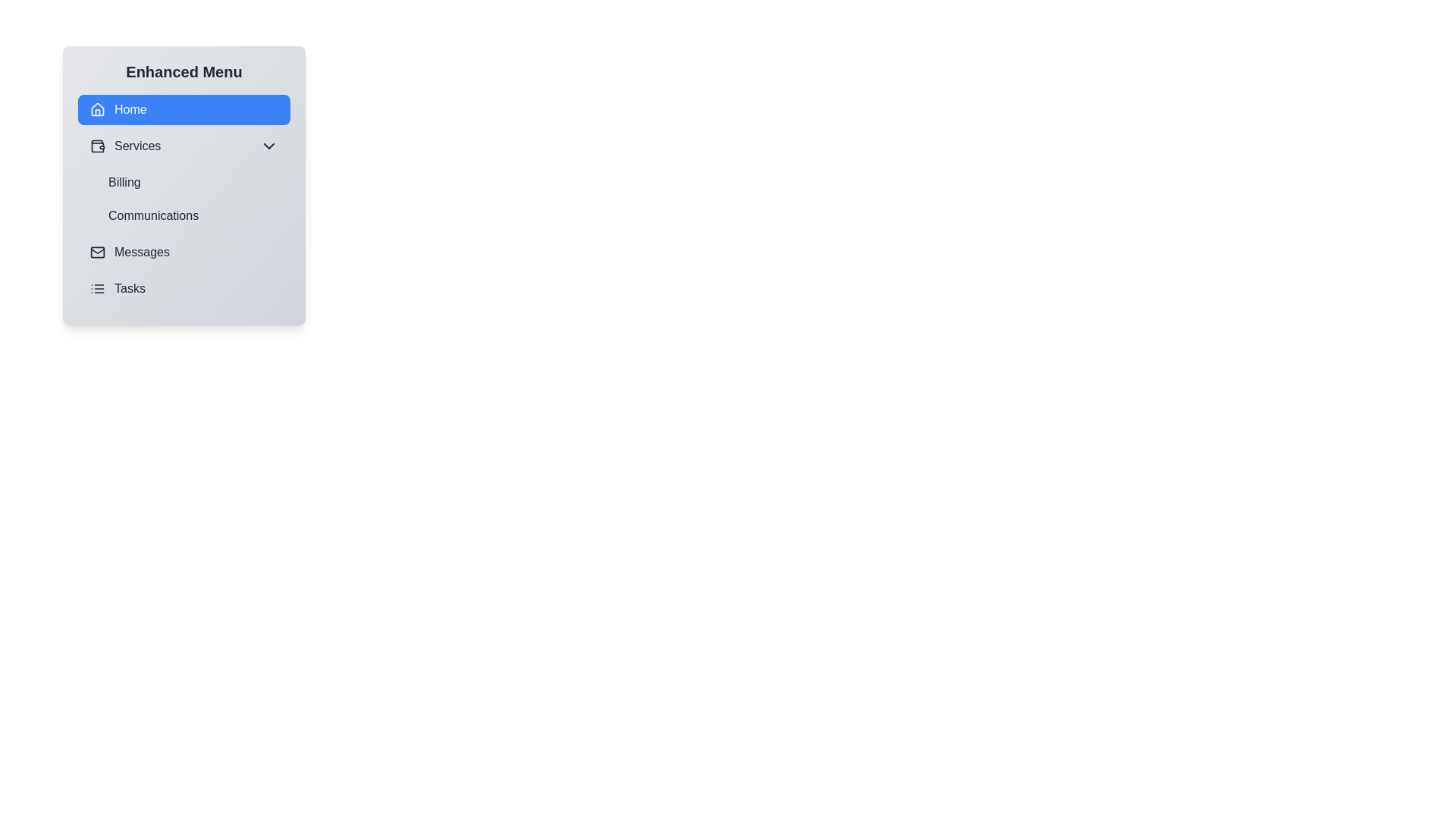  What do you see at coordinates (184, 251) in the screenshot?
I see `the 'Messages' menu item, which is the fifth item in the vertical menu list` at bounding box center [184, 251].